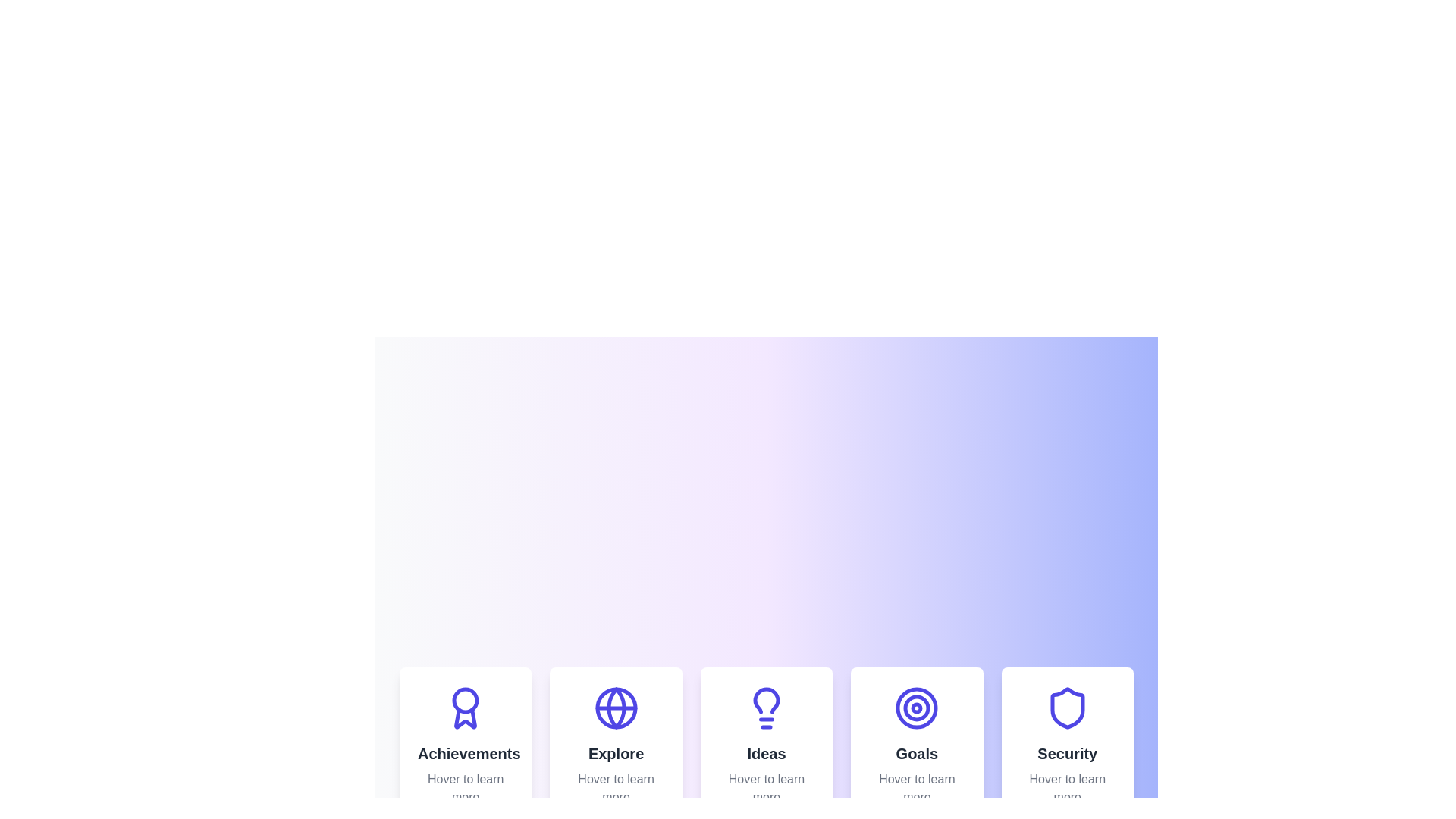  Describe the element at coordinates (465, 754) in the screenshot. I see `the text label that displays 'Achievements', which is styled with a bold, extra-large font and is positioned centrally below an award icon` at that location.